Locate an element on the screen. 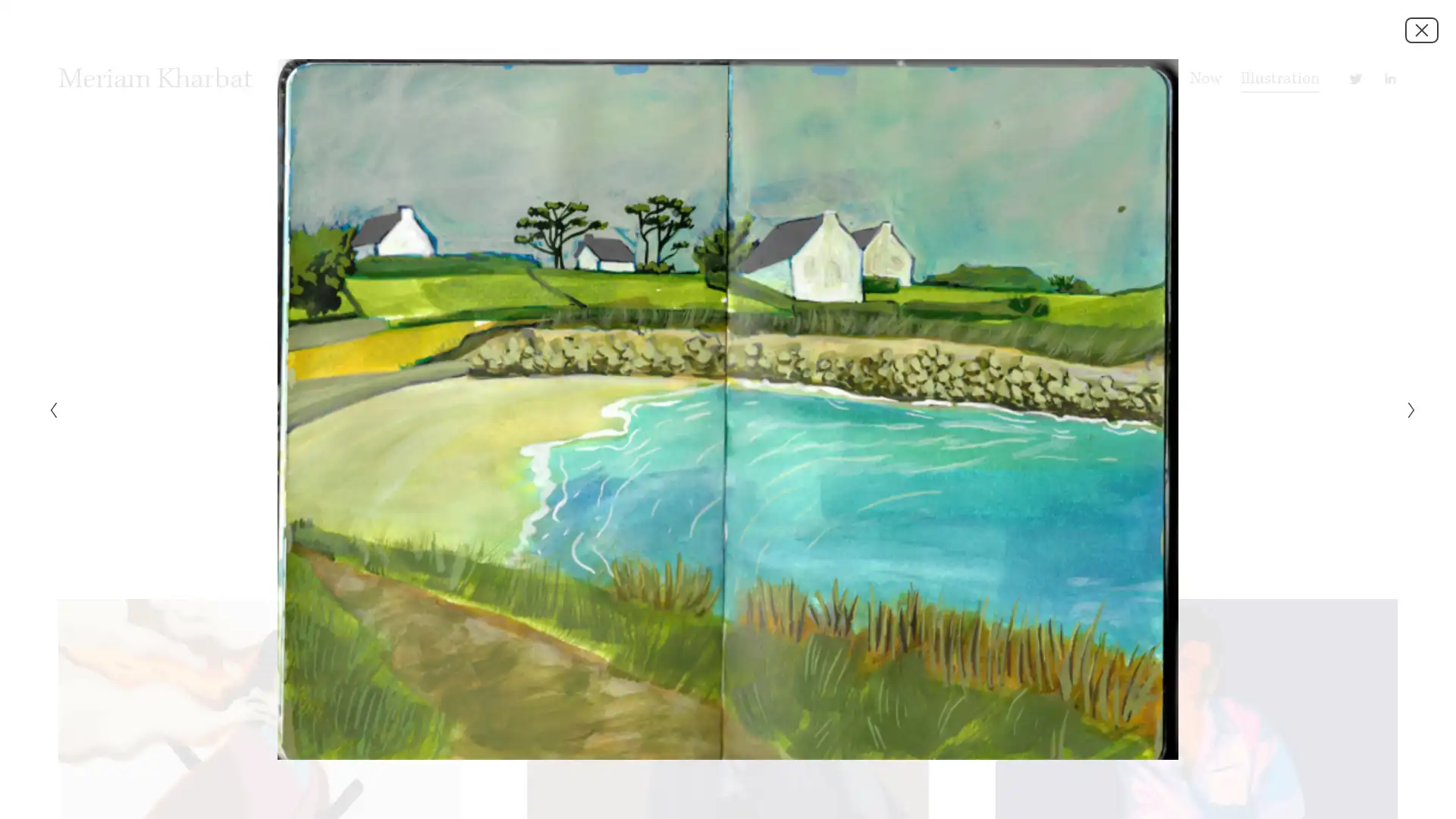 The height and width of the screenshot is (819, 1456). Close is located at coordinates (1421, 29).